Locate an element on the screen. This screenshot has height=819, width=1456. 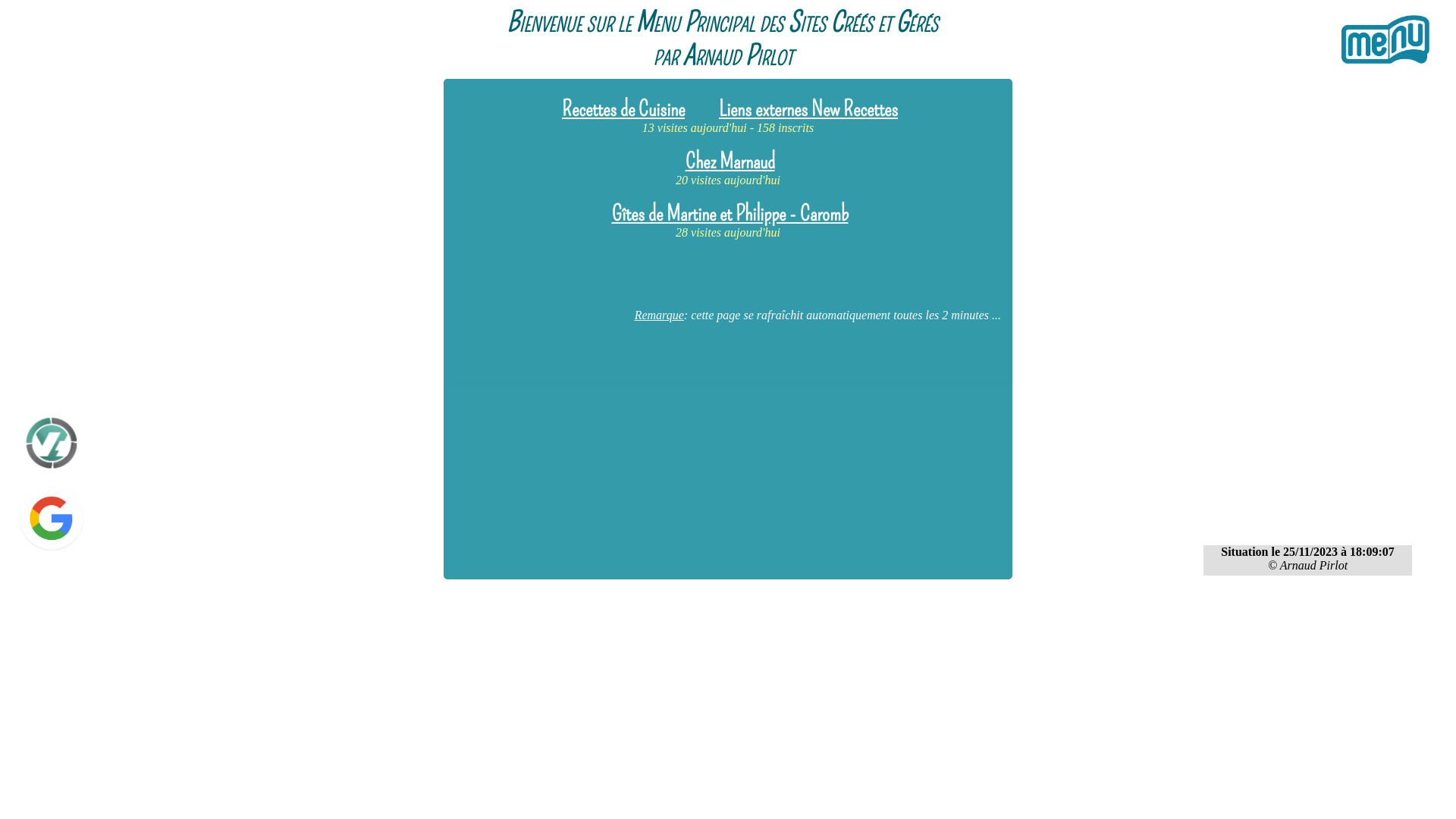
'Google' is located at coordinates (51, 519).